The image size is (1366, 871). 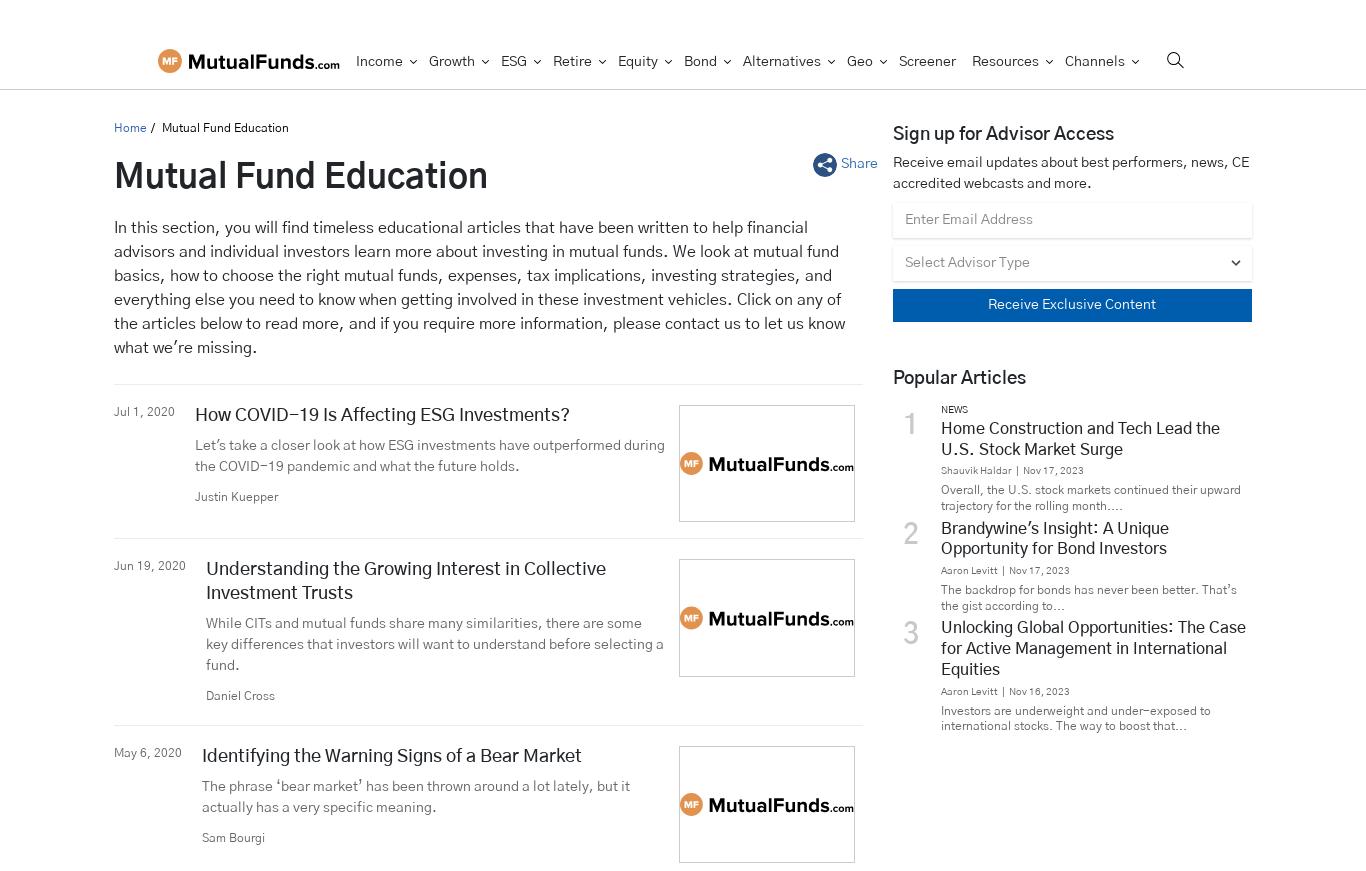 What do you see at coordinates (742, 59) in the screenshot?
I see `'Alternatives'` at bounding box center [742, 59].